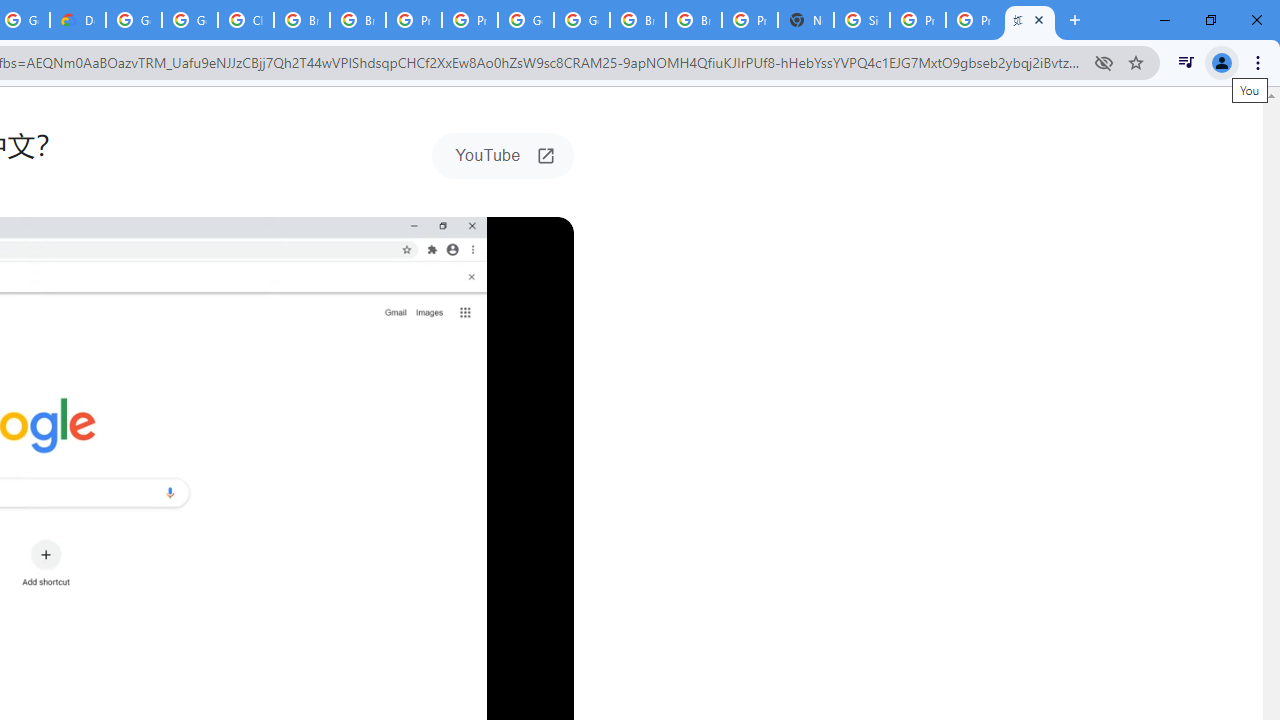 This screenshot has width=1280, height=720. What do you see at coordinates (1103, 61) in the screenshot?
I see `'Third-party cookies blocked'` at bounding box center [1103, 61].